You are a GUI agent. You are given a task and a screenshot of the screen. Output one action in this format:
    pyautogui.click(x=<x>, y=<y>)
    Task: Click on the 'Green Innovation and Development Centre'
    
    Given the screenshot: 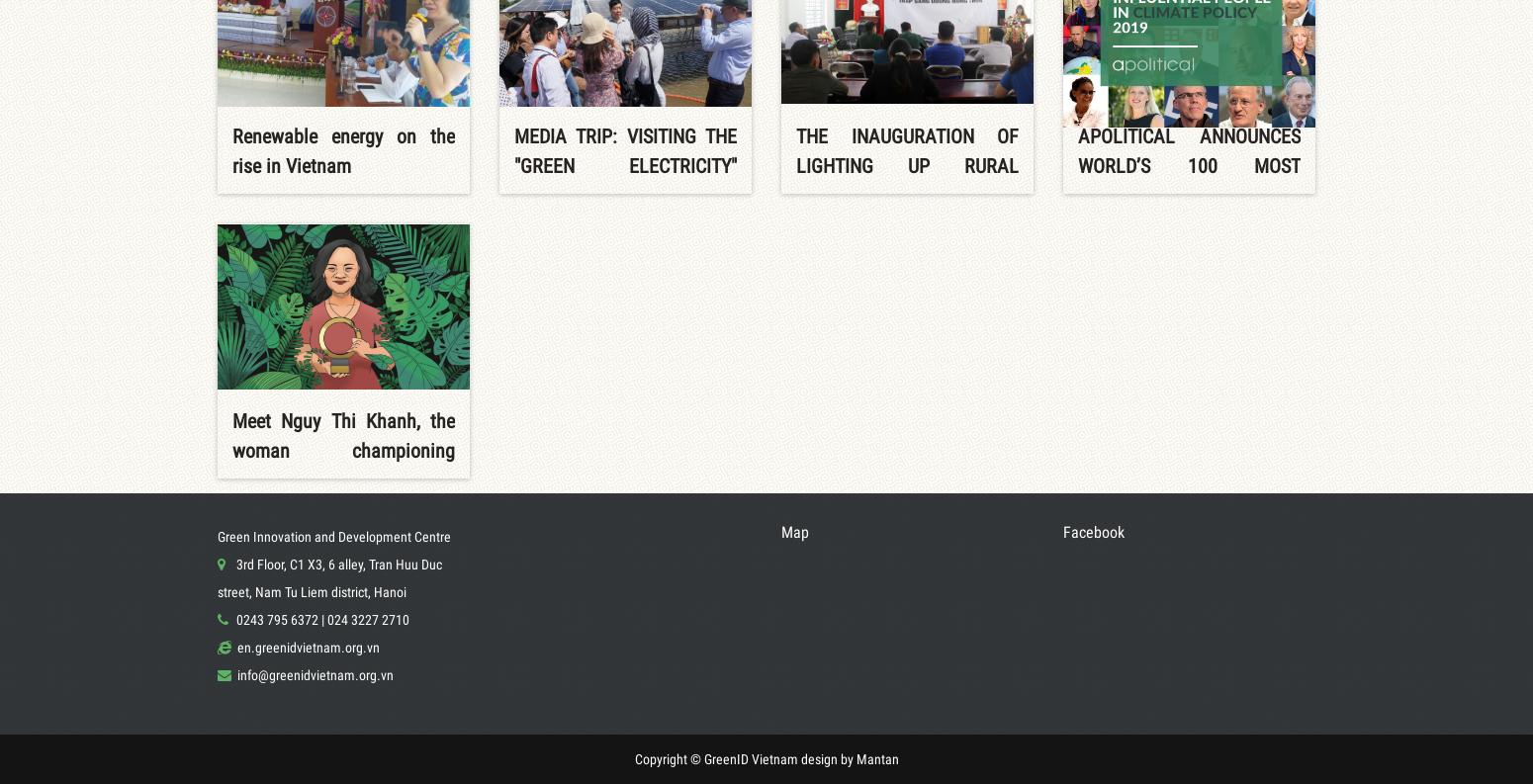 What is the action you would take?
    pyautogui.click(x=216, y=535)
    